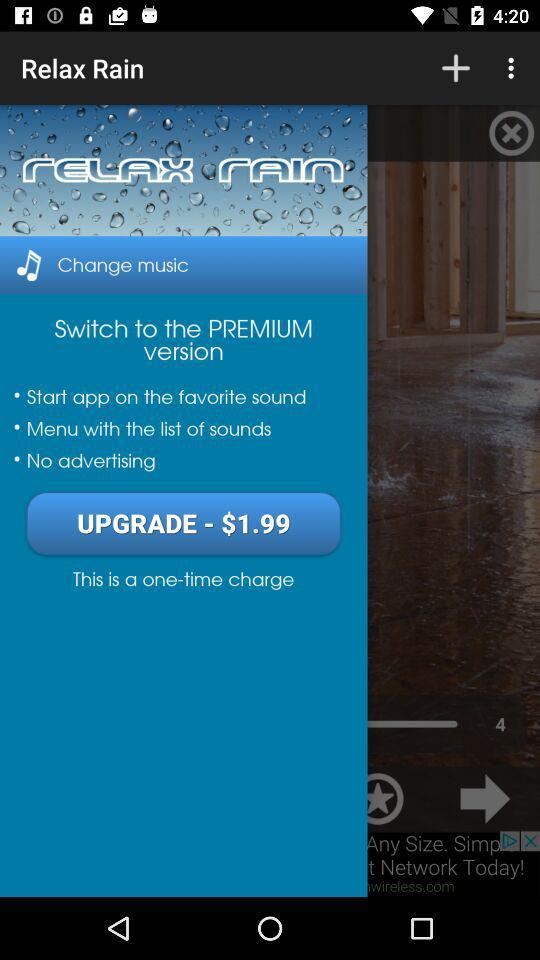  Describe the element at coordinates (514, 68) in the screenshot. I see `the more 3 dot symbol` at that location.